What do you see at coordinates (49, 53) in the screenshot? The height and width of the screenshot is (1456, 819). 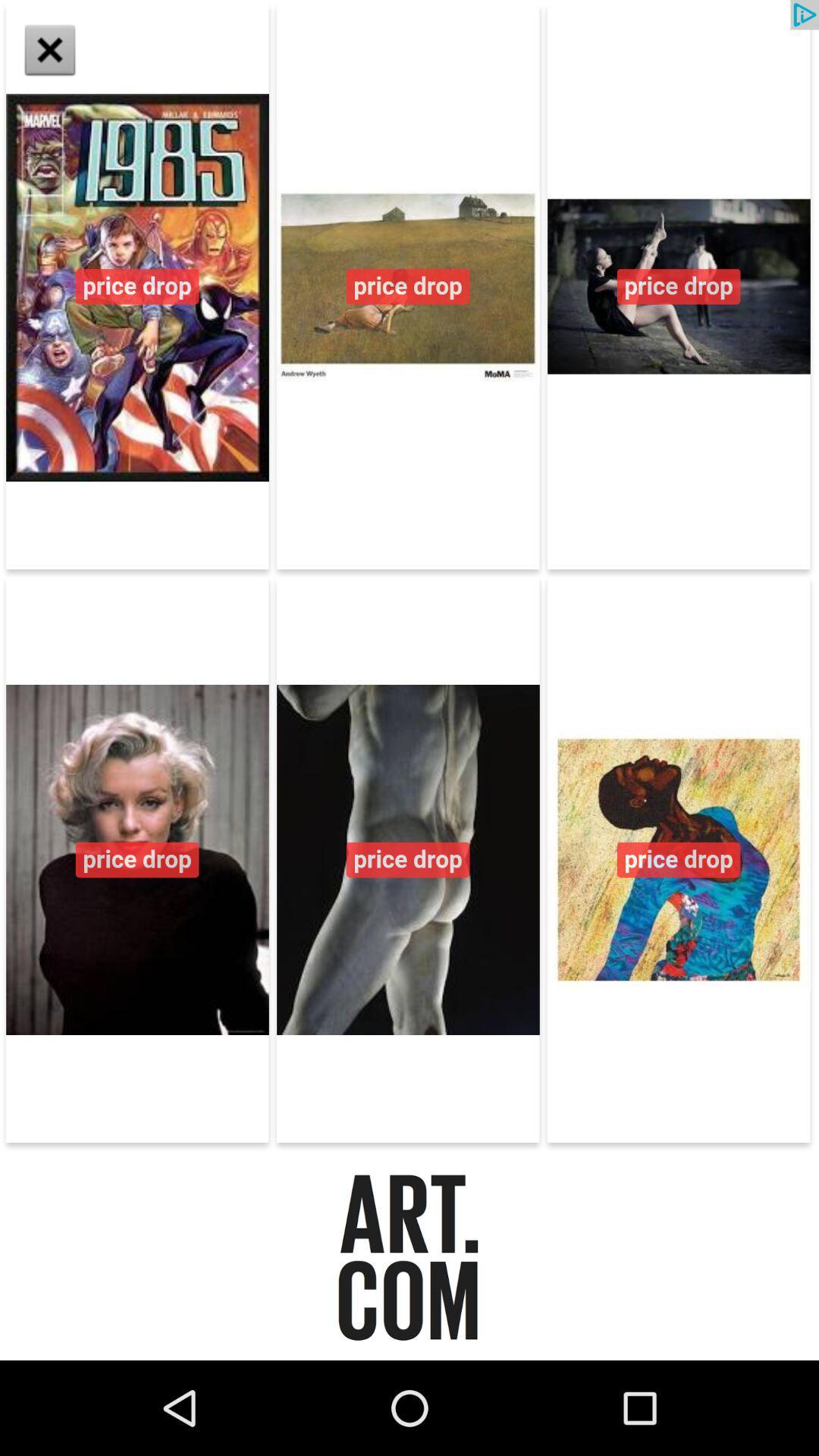 I see `the close icon` at bounding box center [49, 53].